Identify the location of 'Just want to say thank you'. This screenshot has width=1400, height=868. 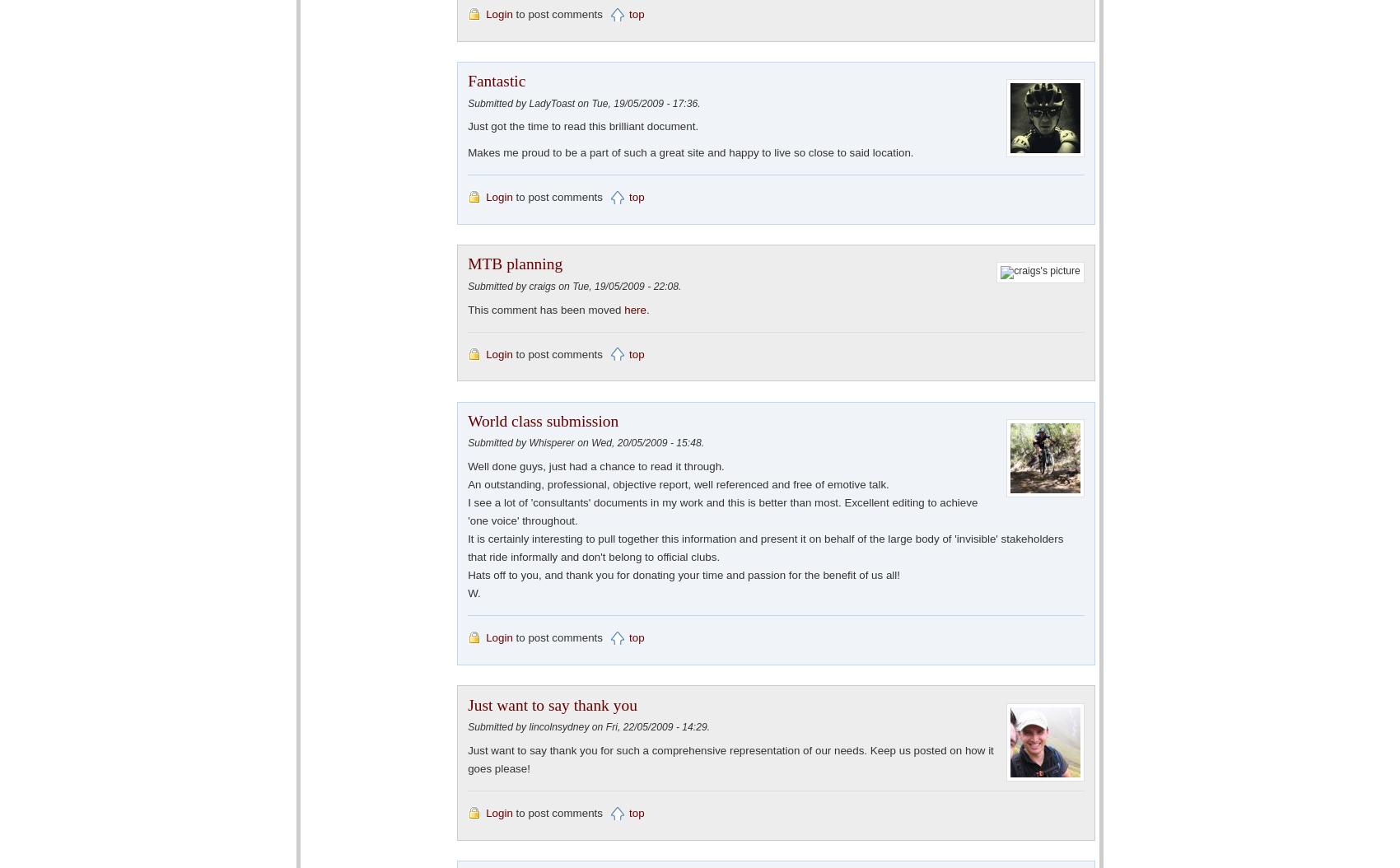
(466, 704).